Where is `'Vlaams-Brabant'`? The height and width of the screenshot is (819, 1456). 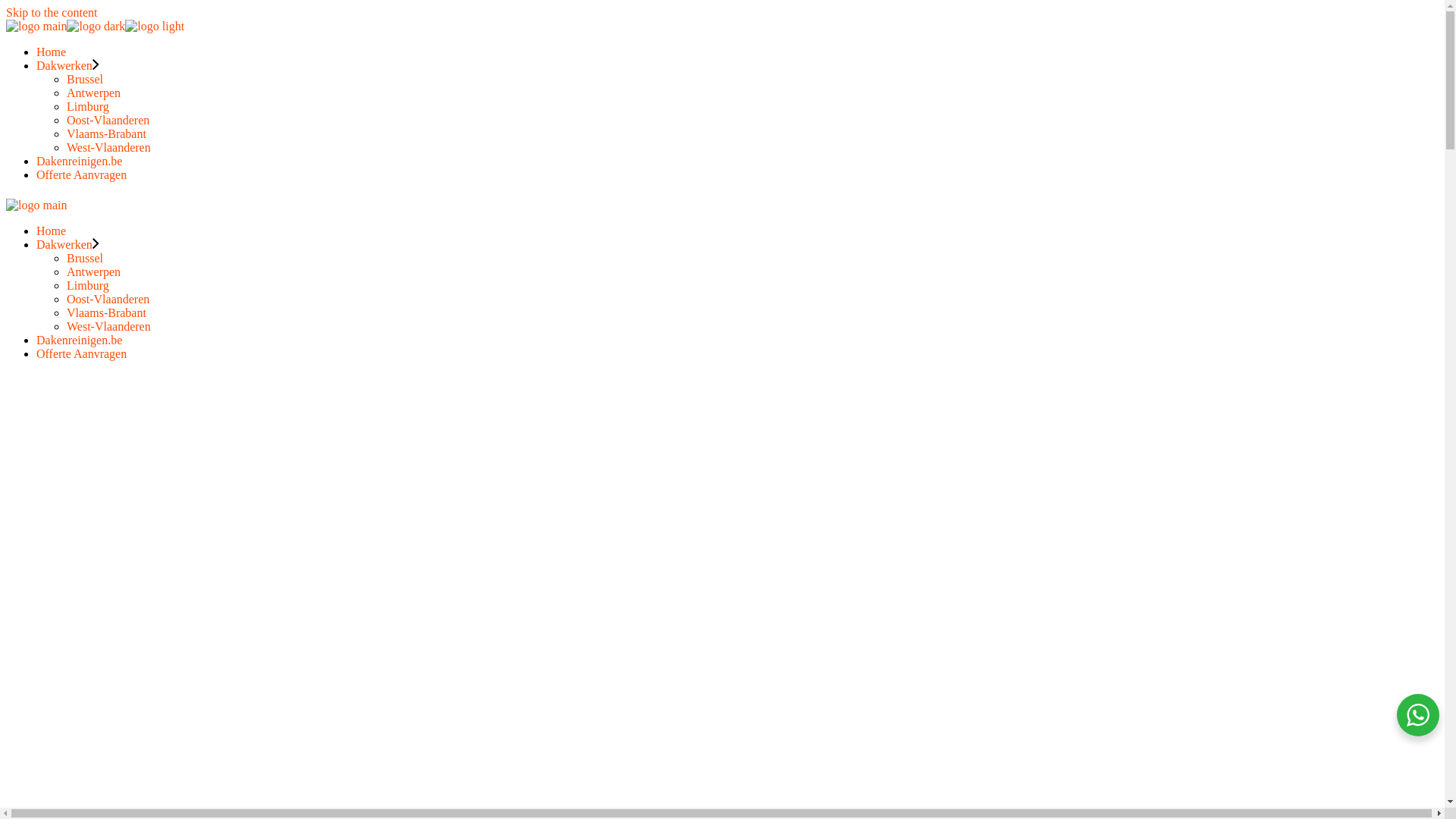
'Vlaams-Brabant' is located at coordinates (105, 312).